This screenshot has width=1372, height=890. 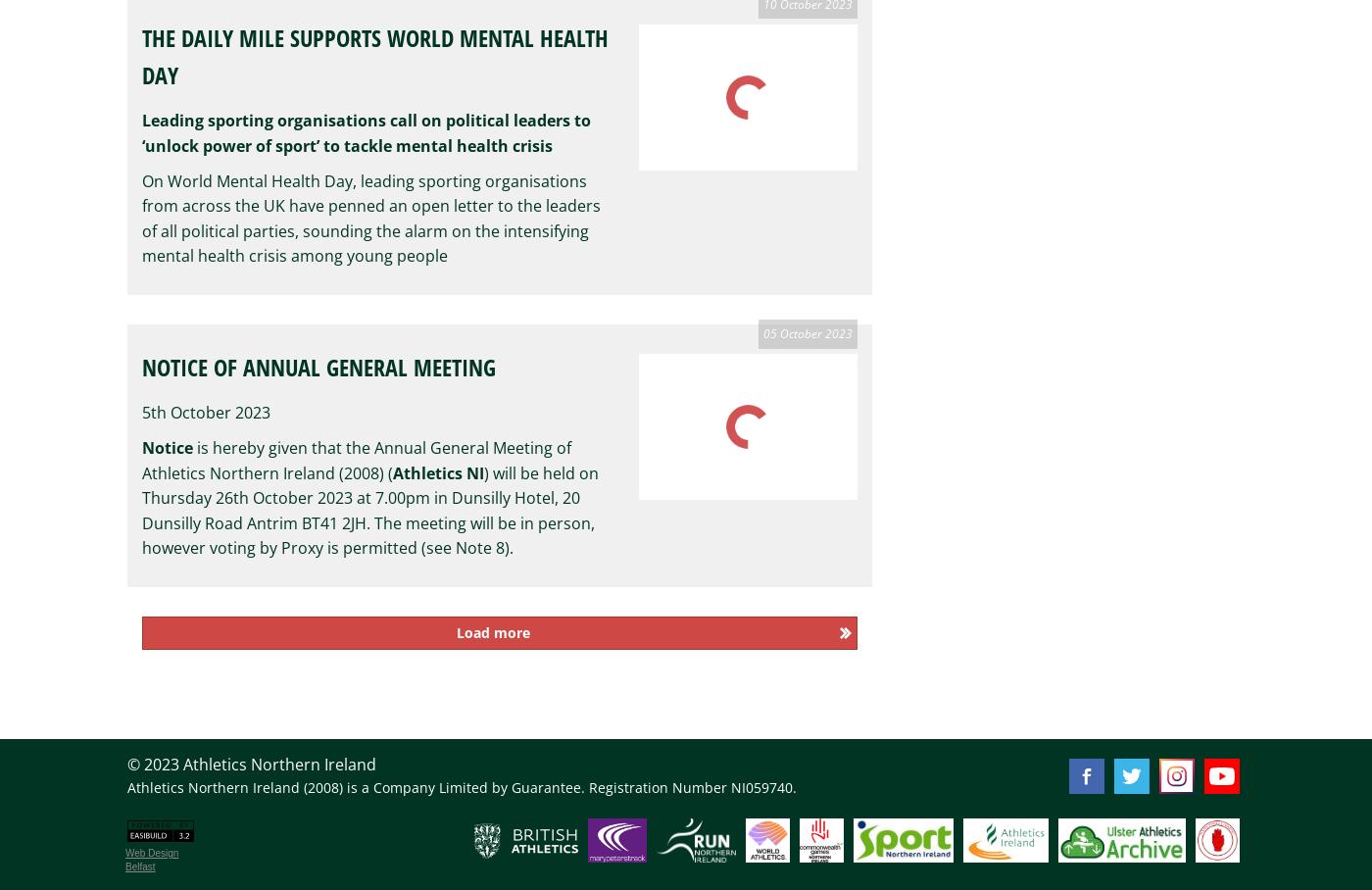 I want to click on 'The Daily Mile supports World Mental Health Day', so click(x=375, y=56).